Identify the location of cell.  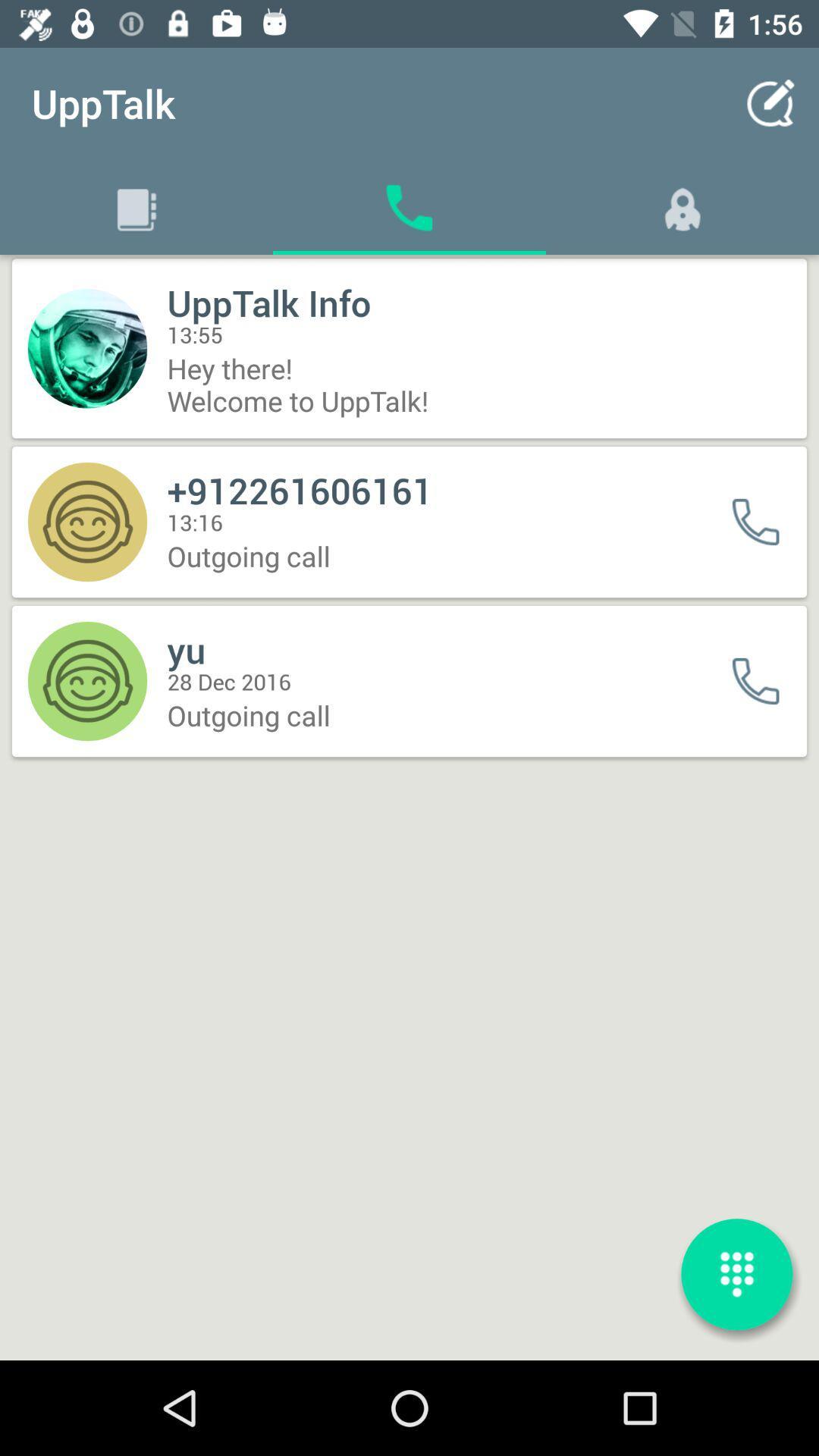
(765, 522).